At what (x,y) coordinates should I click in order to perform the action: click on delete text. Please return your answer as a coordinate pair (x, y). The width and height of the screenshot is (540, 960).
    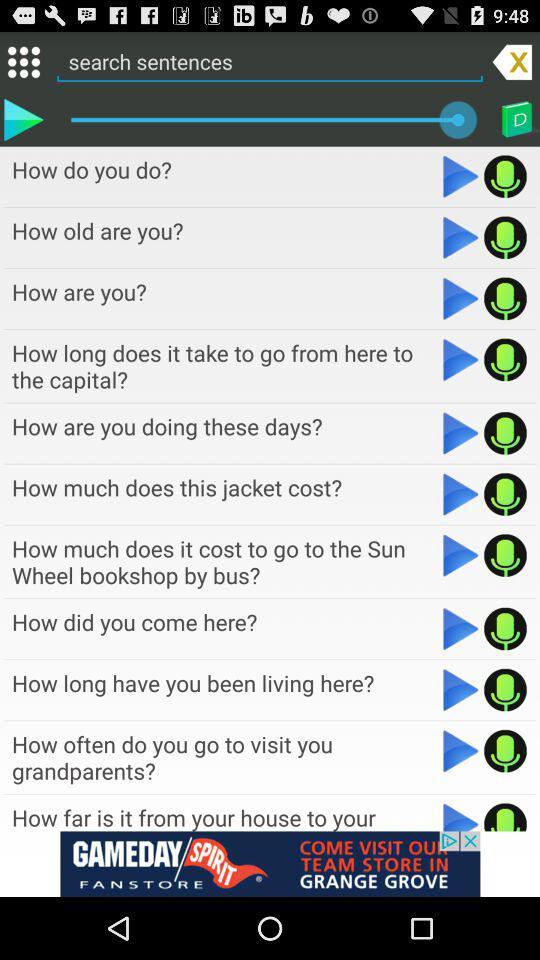
    Looking at the image, I should click on (512, 61).